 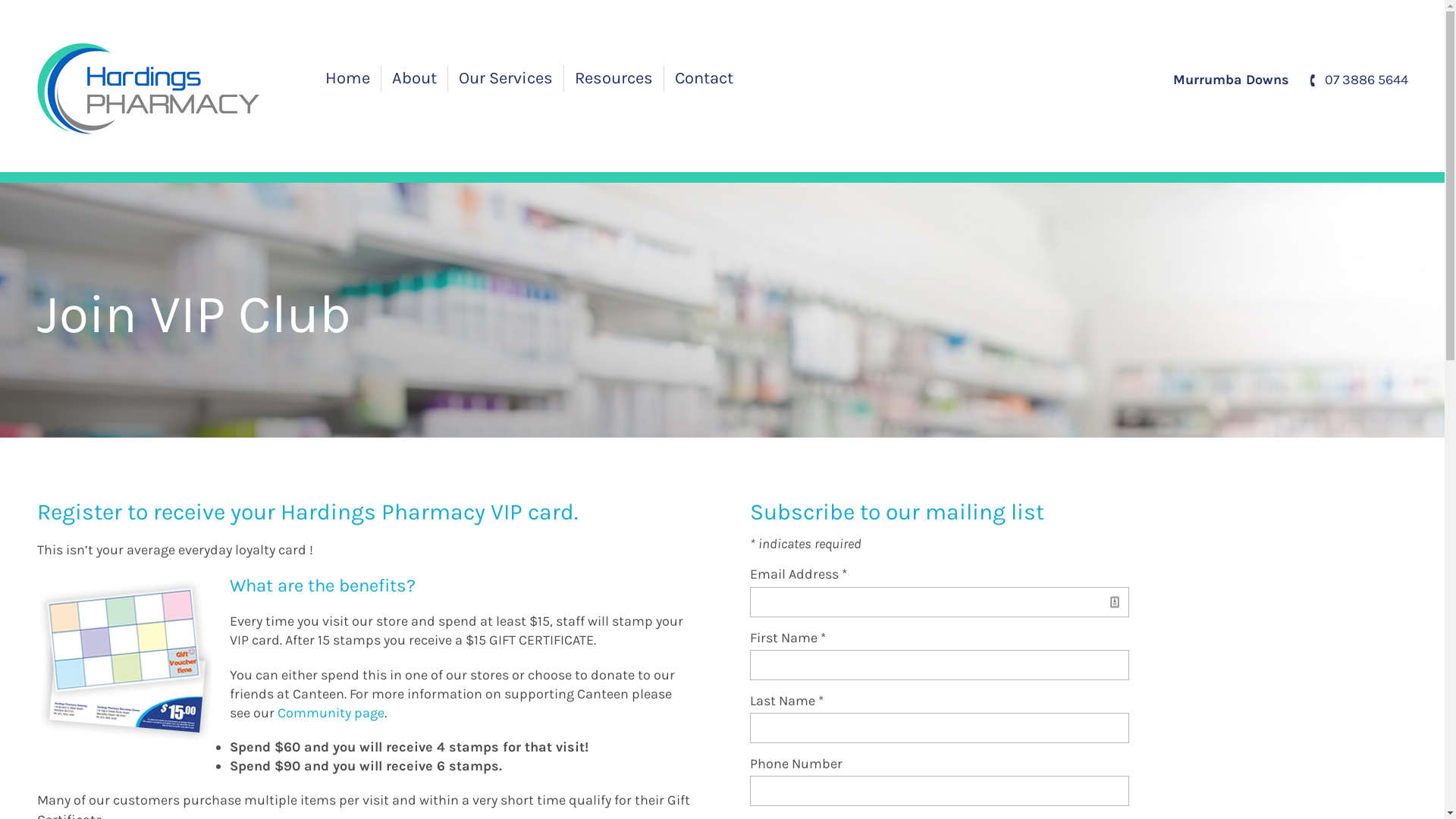 What do you see at coordinates (506, 78) in the screenshot?
I see `'Our Services'` at bounding box center [506, 78].